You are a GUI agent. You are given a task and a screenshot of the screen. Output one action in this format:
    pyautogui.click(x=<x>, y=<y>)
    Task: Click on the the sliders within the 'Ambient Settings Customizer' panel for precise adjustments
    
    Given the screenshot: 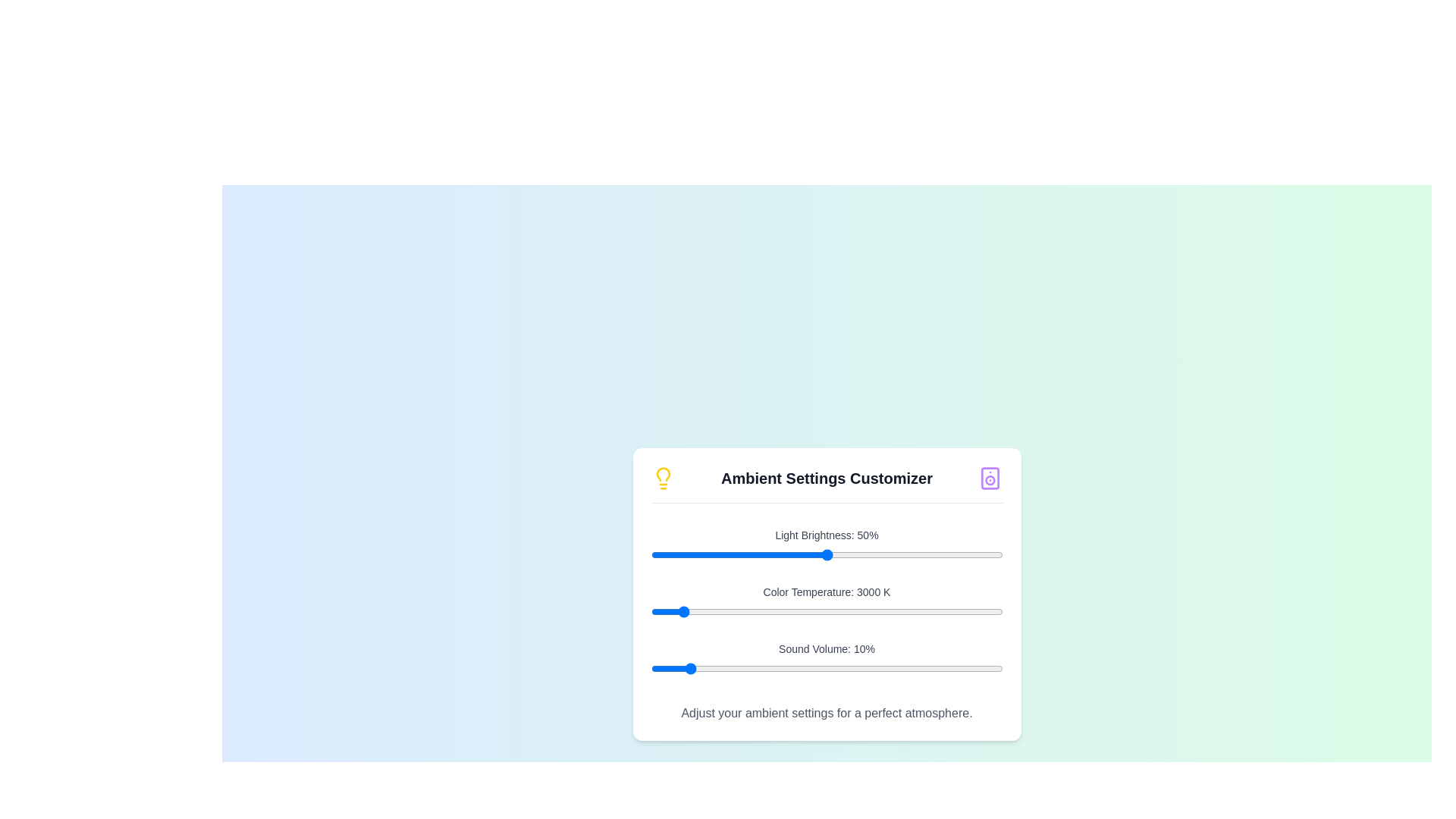 What is the action you would take?
    pyautogui.click(x=826, y=593)
    